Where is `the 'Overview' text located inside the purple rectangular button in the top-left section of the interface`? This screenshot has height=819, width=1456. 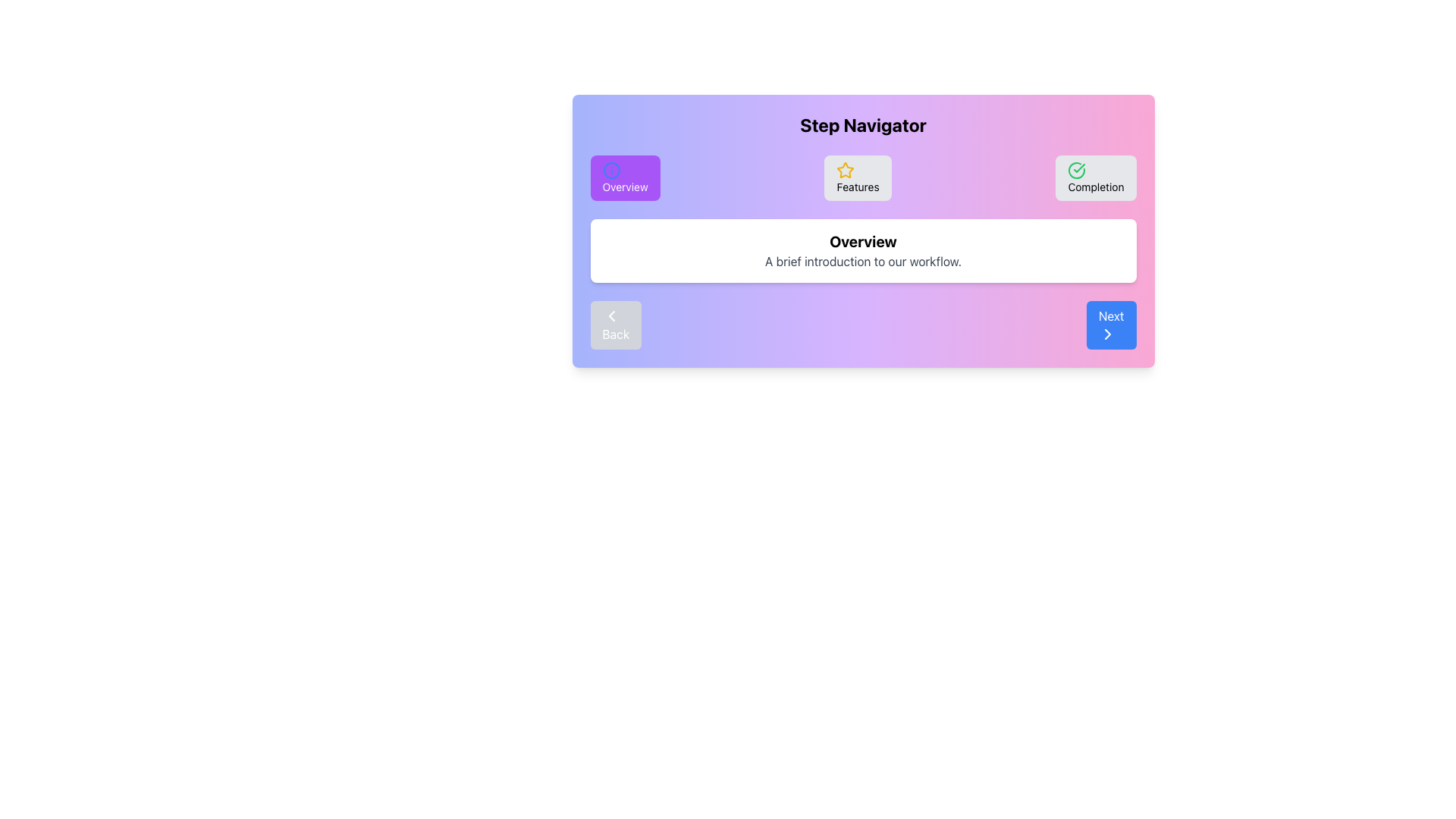
the 'Overview' text located inside the purple rectangular button in the top-left section of the interface is located at coordinates (625, 186).